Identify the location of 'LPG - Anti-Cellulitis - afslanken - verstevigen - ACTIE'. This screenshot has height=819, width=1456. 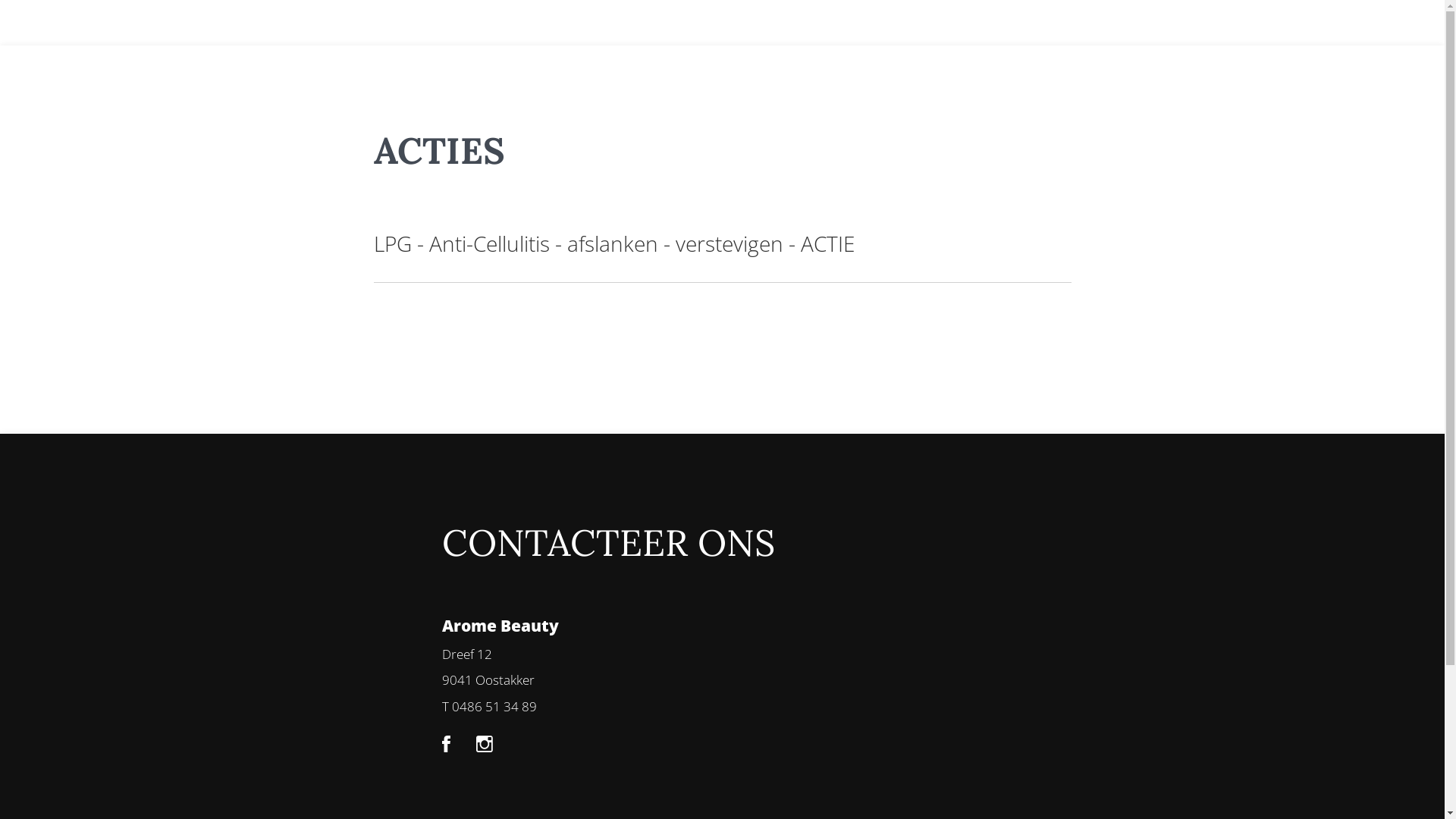
(613, 242).